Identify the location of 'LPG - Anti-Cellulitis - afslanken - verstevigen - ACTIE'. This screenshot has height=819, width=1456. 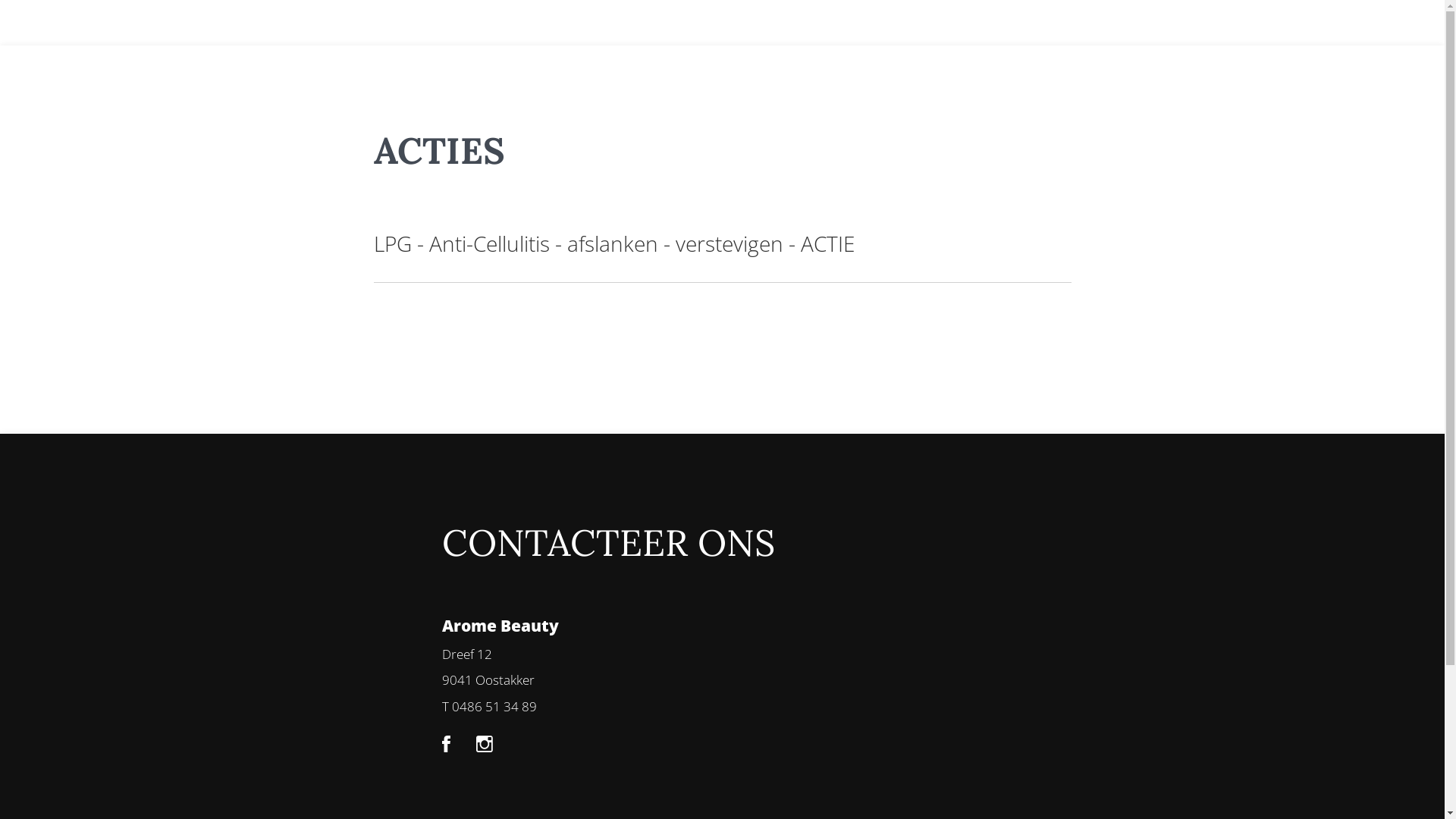
(613, 242).